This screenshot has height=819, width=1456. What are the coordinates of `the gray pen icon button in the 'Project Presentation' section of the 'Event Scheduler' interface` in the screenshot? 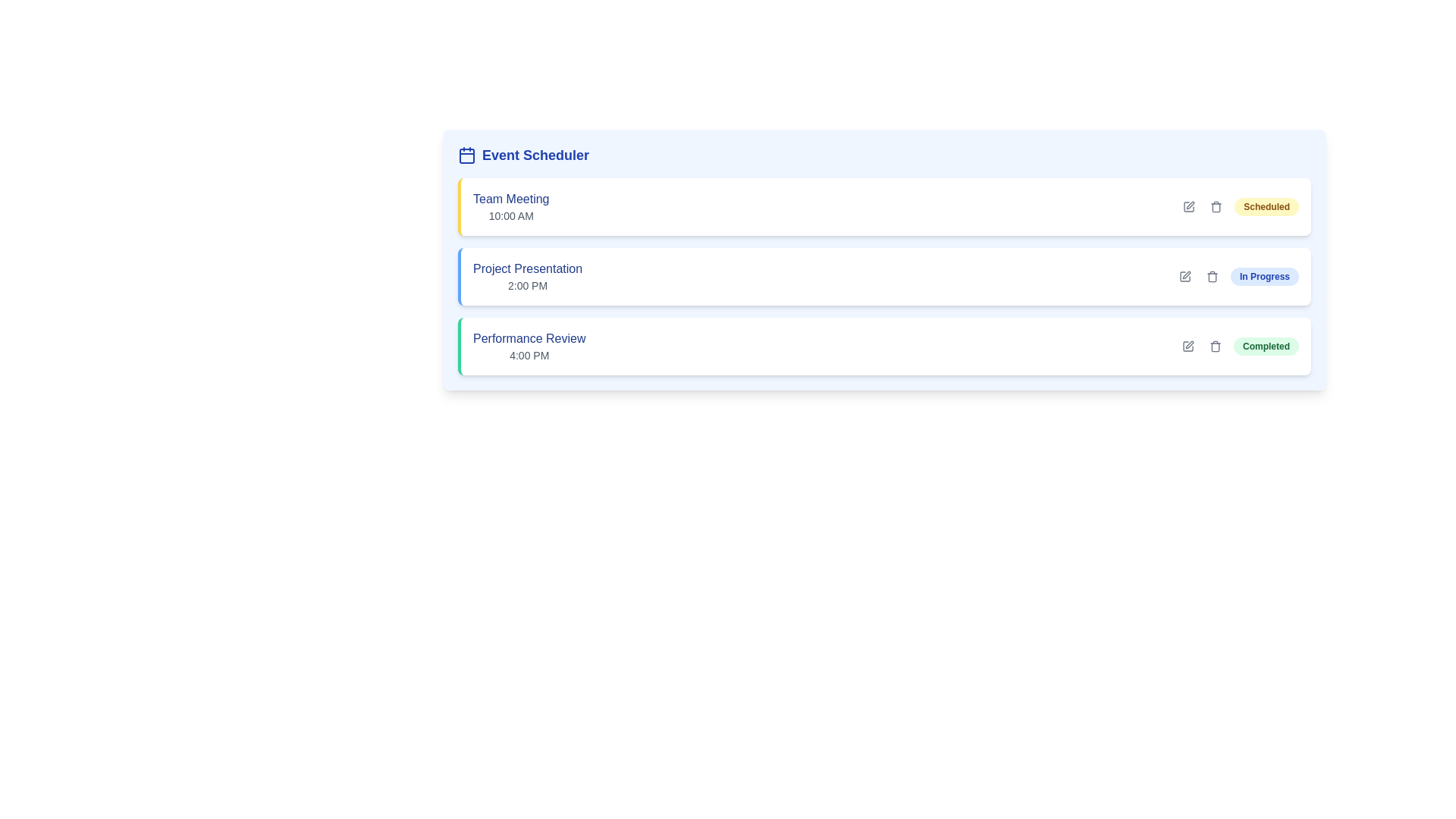 It's located at (1184, 277).